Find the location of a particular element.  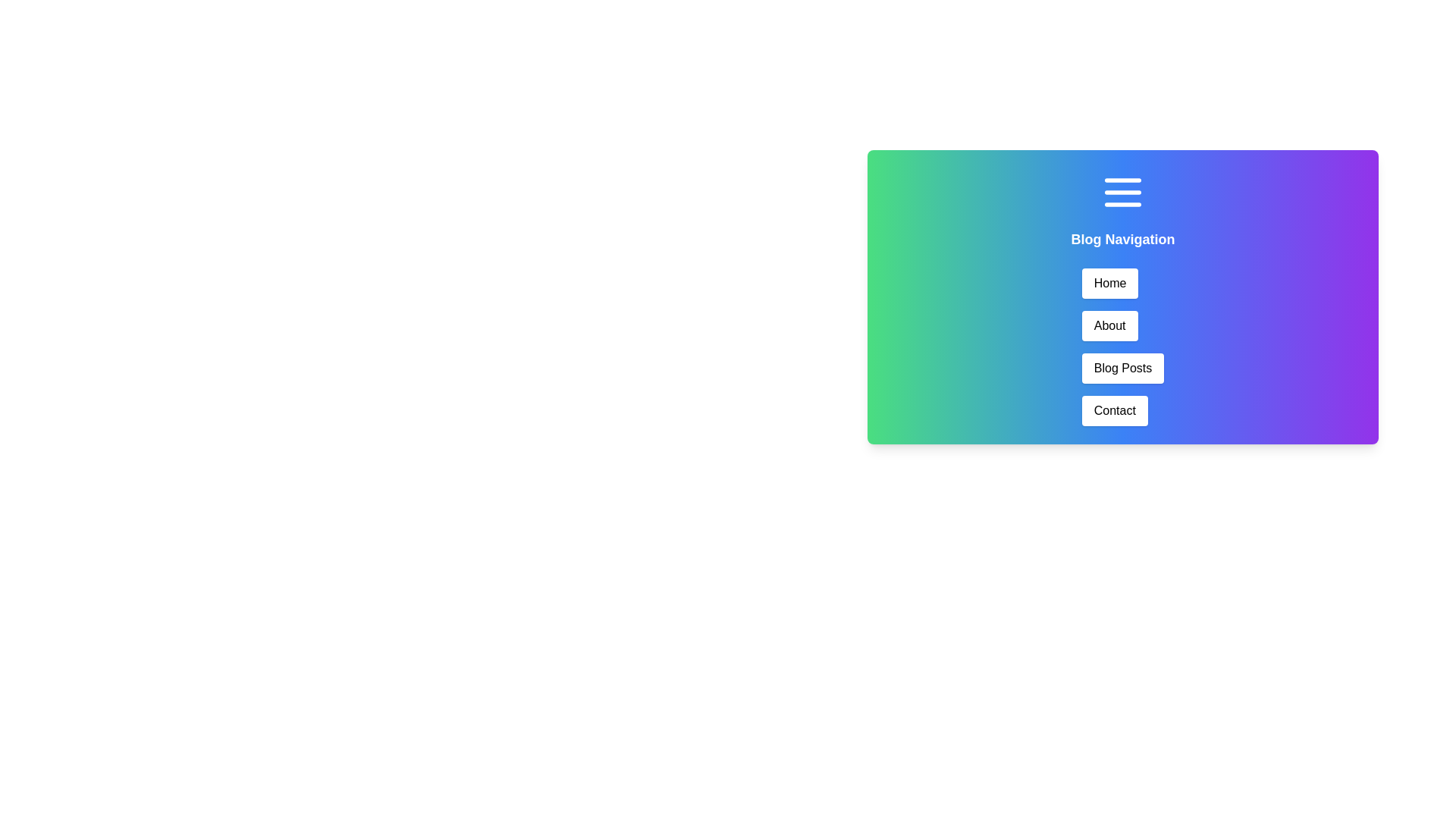

the 'Contact' button to view contact details is located at coordinates (1115, 411).